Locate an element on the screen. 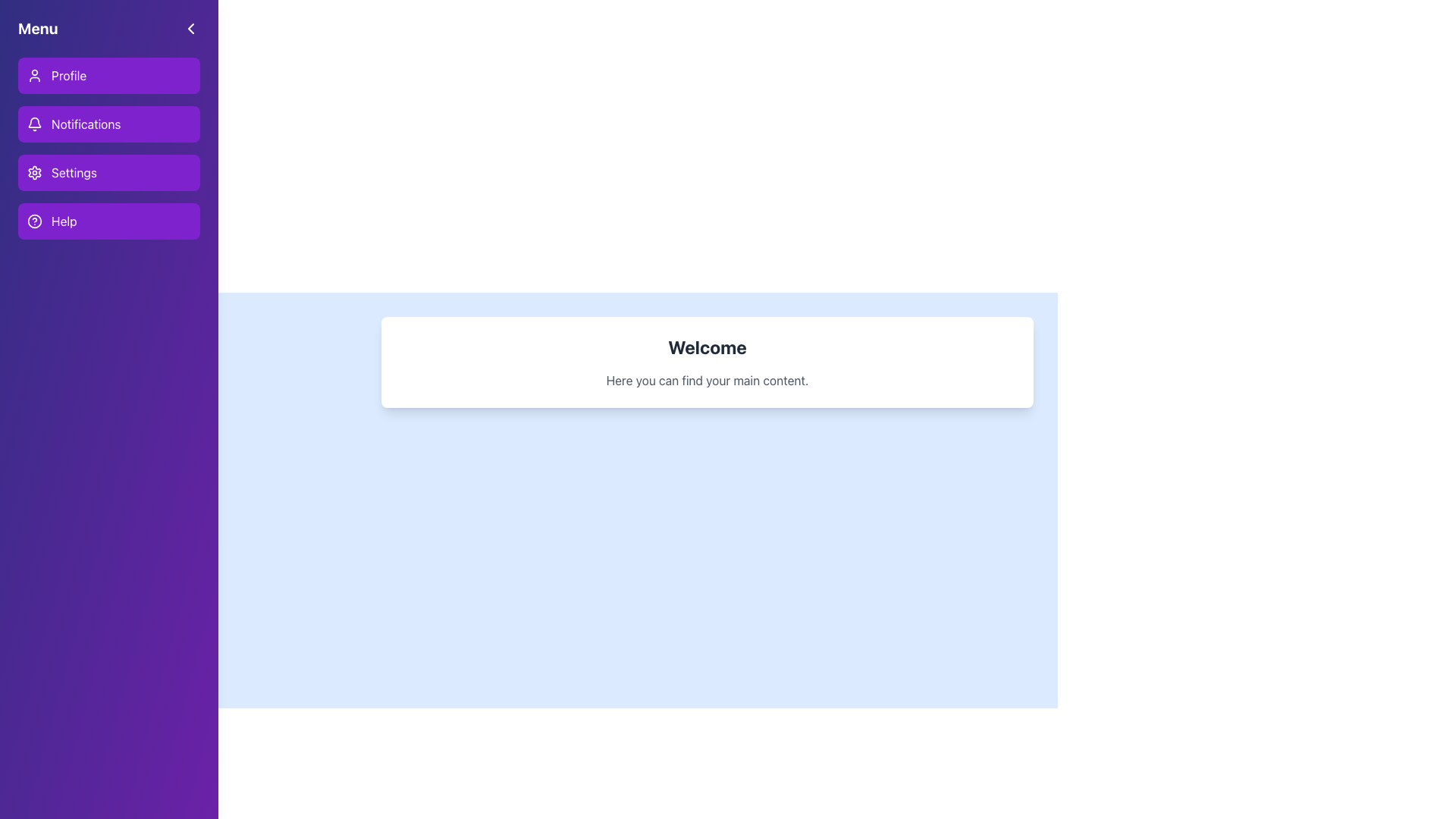  the navigation button located in the top-right corner of the side menu panel is located at coordinates (190, 29).